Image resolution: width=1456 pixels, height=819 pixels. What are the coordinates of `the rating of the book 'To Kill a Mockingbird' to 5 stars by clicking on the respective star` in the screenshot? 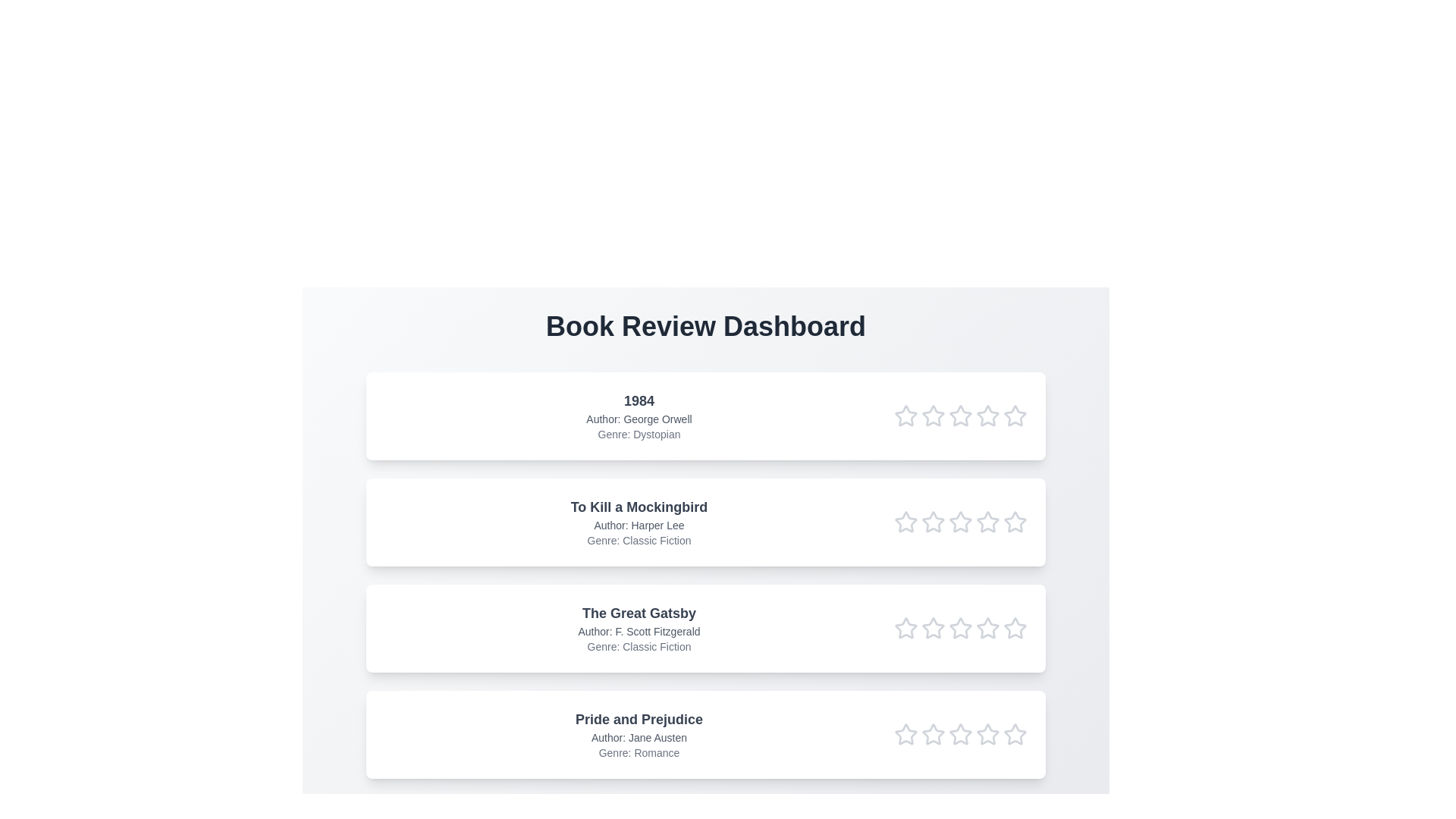 It's located at (1015, 522).